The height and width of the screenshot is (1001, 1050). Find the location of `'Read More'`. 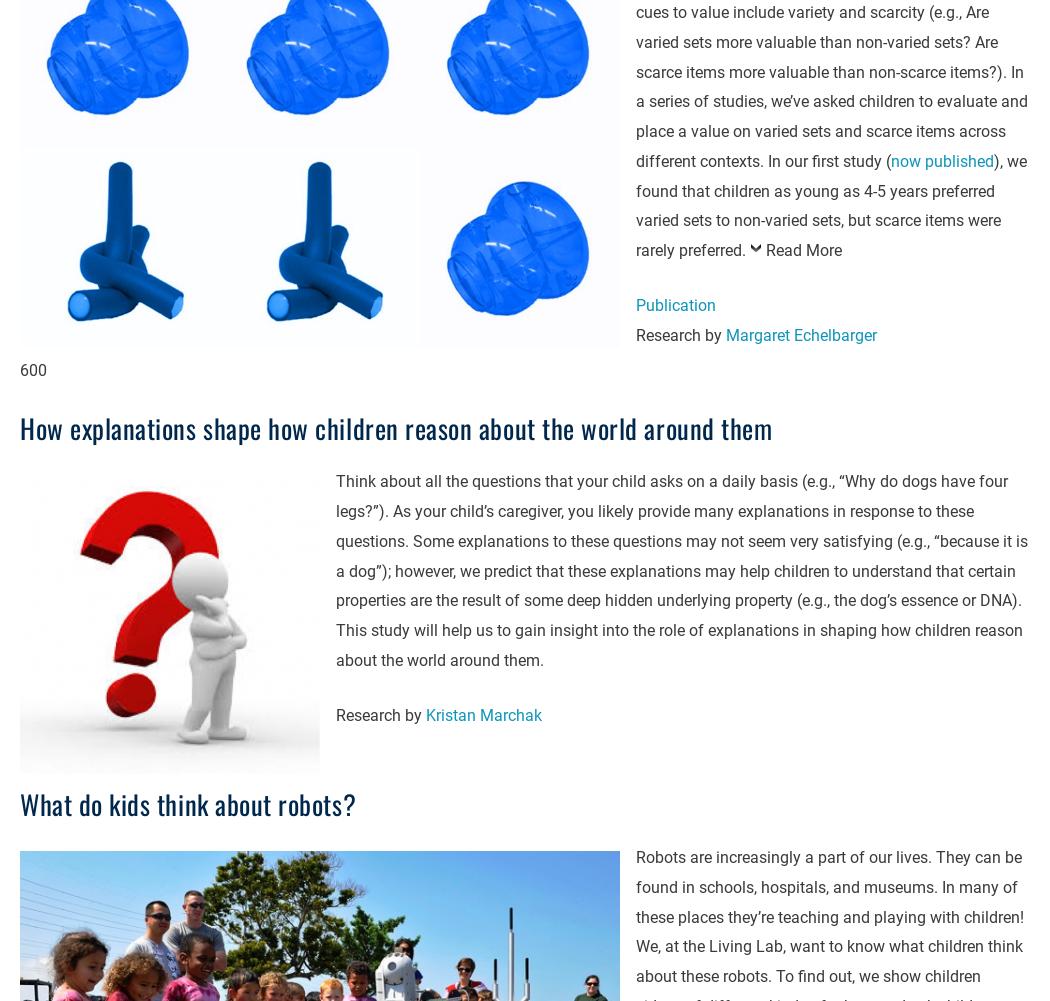

'Read More' is located at coordinates (765, 248).